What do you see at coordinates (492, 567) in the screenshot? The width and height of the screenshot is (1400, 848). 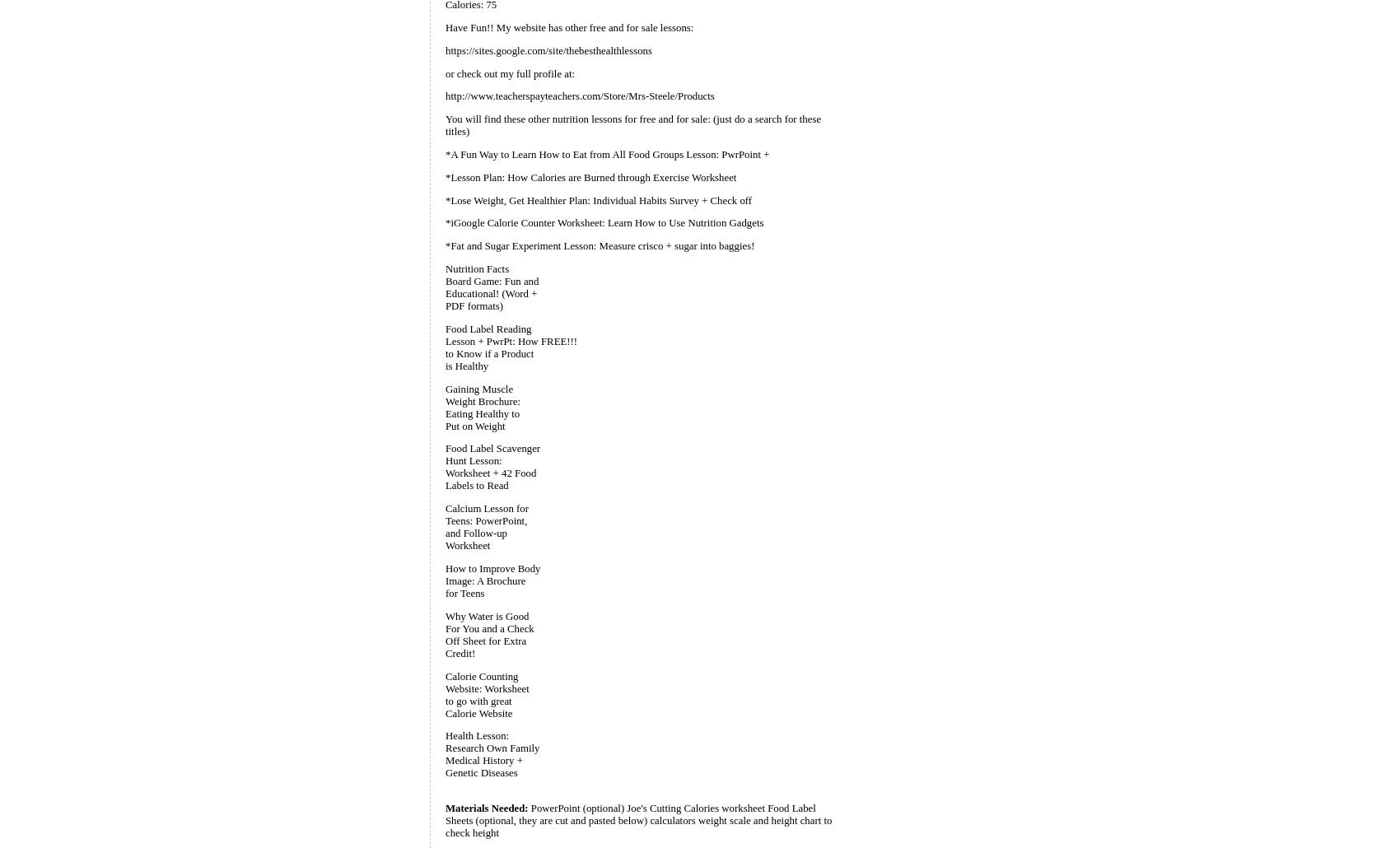 I see `'How to Improve Body'` at bounding box center [492, 567].